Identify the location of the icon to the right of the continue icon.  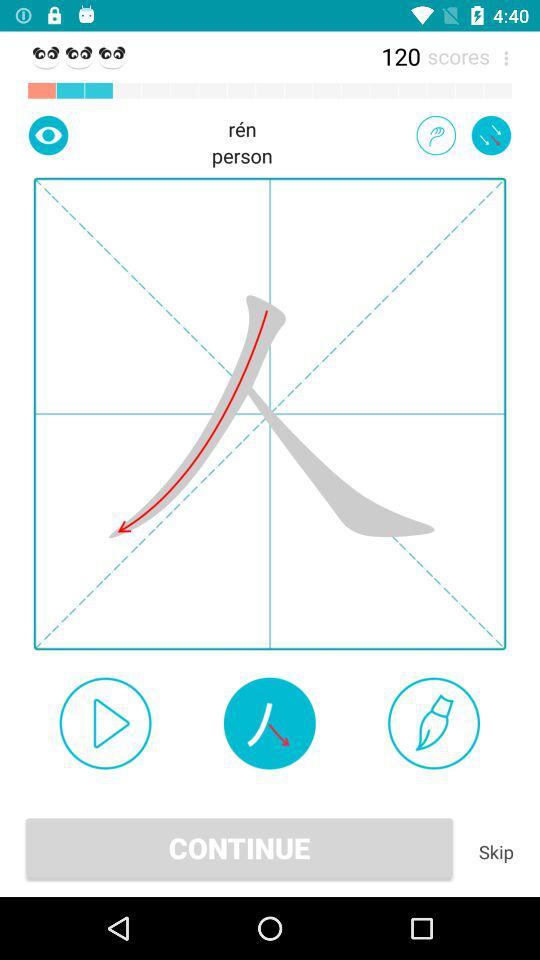
(495, 851).